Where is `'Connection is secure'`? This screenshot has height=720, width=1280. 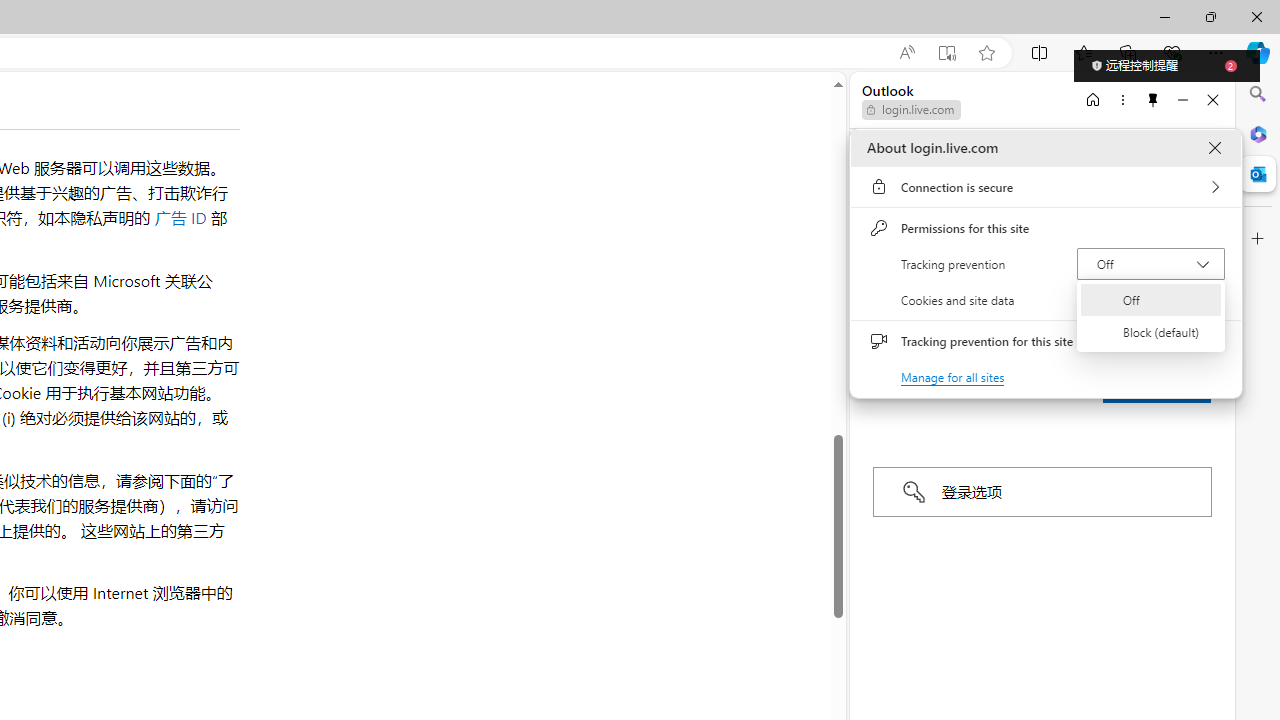
'Connection is secure' is located at coordinates (1045, 187).